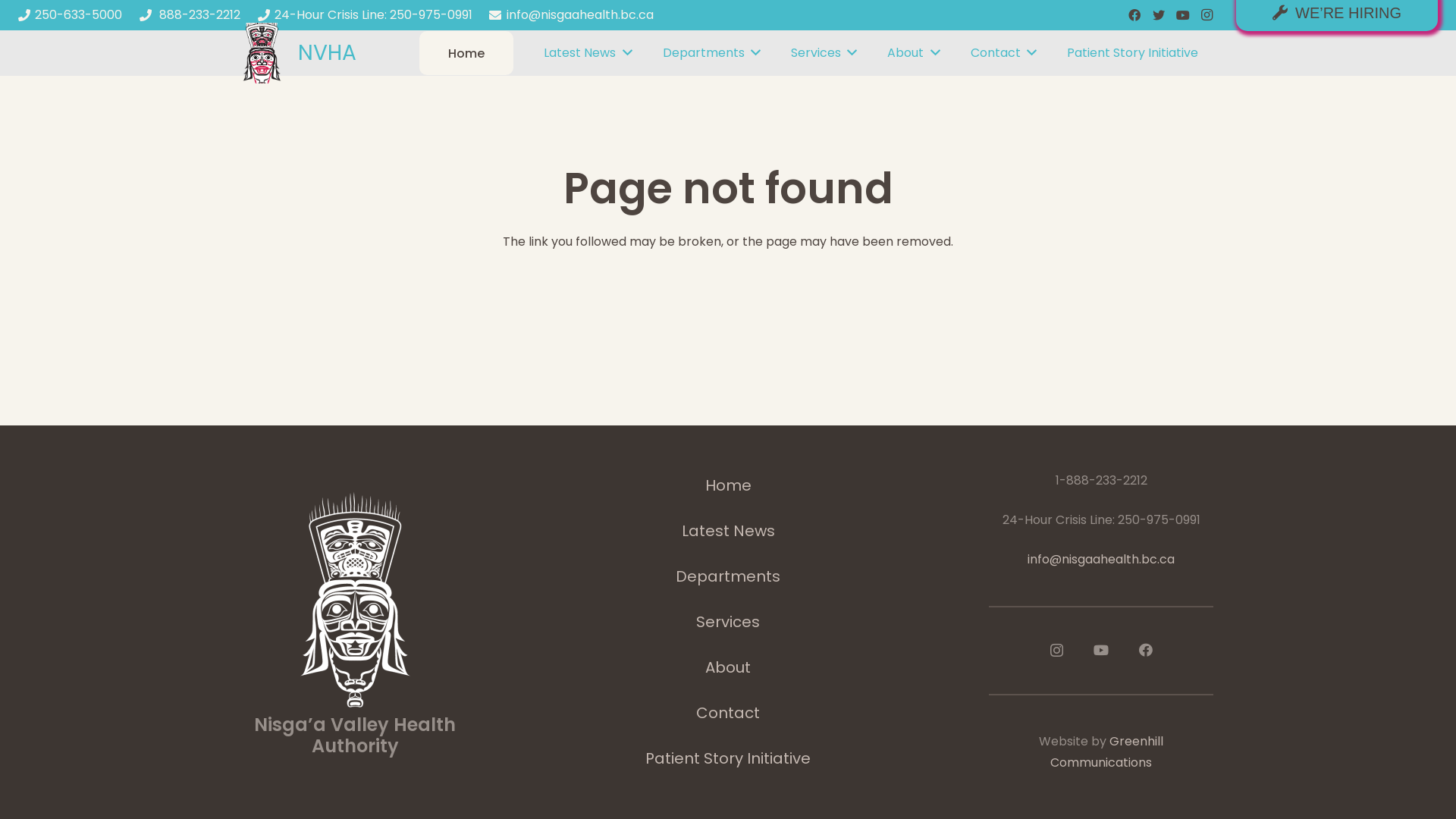  Describe the element at coordinates (1003, 52) in the screenshot. I see `'Contact'` at that location.